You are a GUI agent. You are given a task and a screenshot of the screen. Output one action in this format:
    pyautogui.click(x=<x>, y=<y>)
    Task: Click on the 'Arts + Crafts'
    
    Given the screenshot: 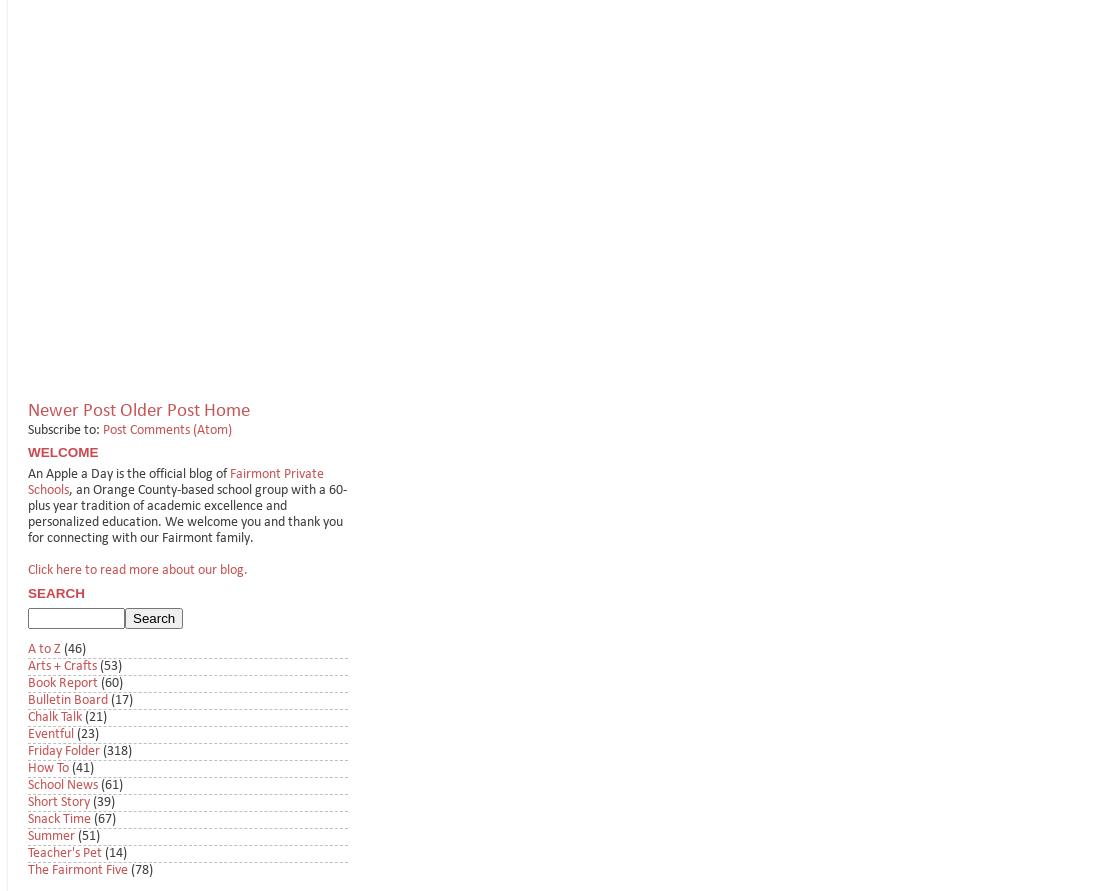 What is the action you would take?
    pyautogui.click(x=61, y=665)
    